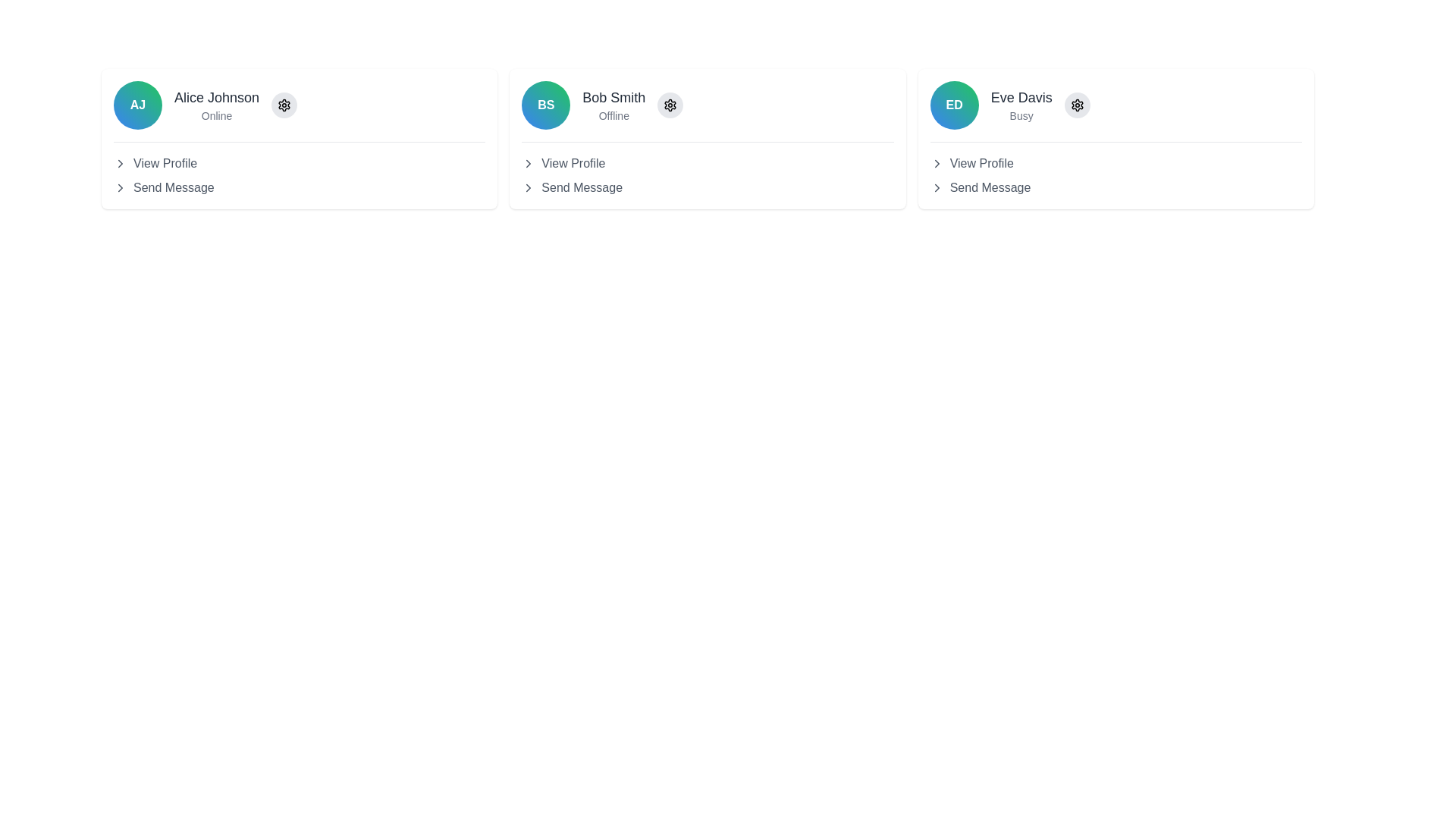 The height and width of the screenshot is (819, 1456). I want to click on the chevron icon next to the 'Send Message' text in the user card of 'Eve Davis', so click(936, 187).